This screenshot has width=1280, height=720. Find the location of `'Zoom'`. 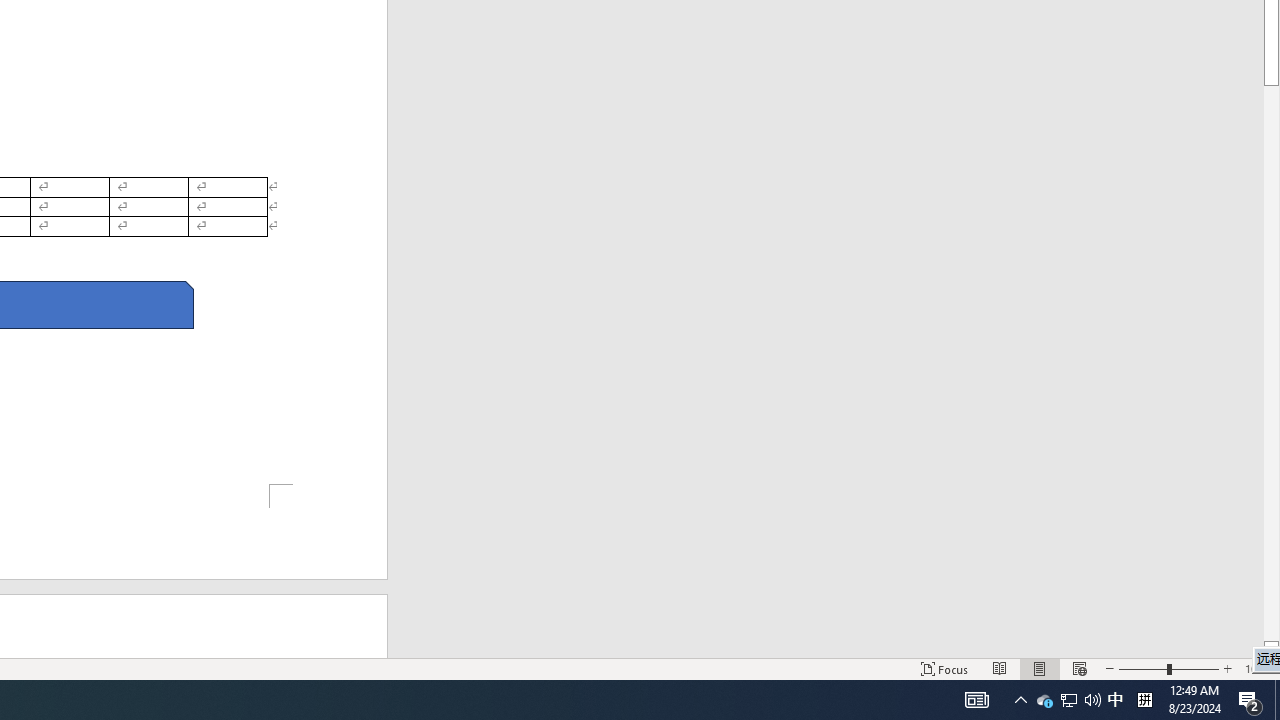

'Zoom' is located at coordinates (1168, 669).